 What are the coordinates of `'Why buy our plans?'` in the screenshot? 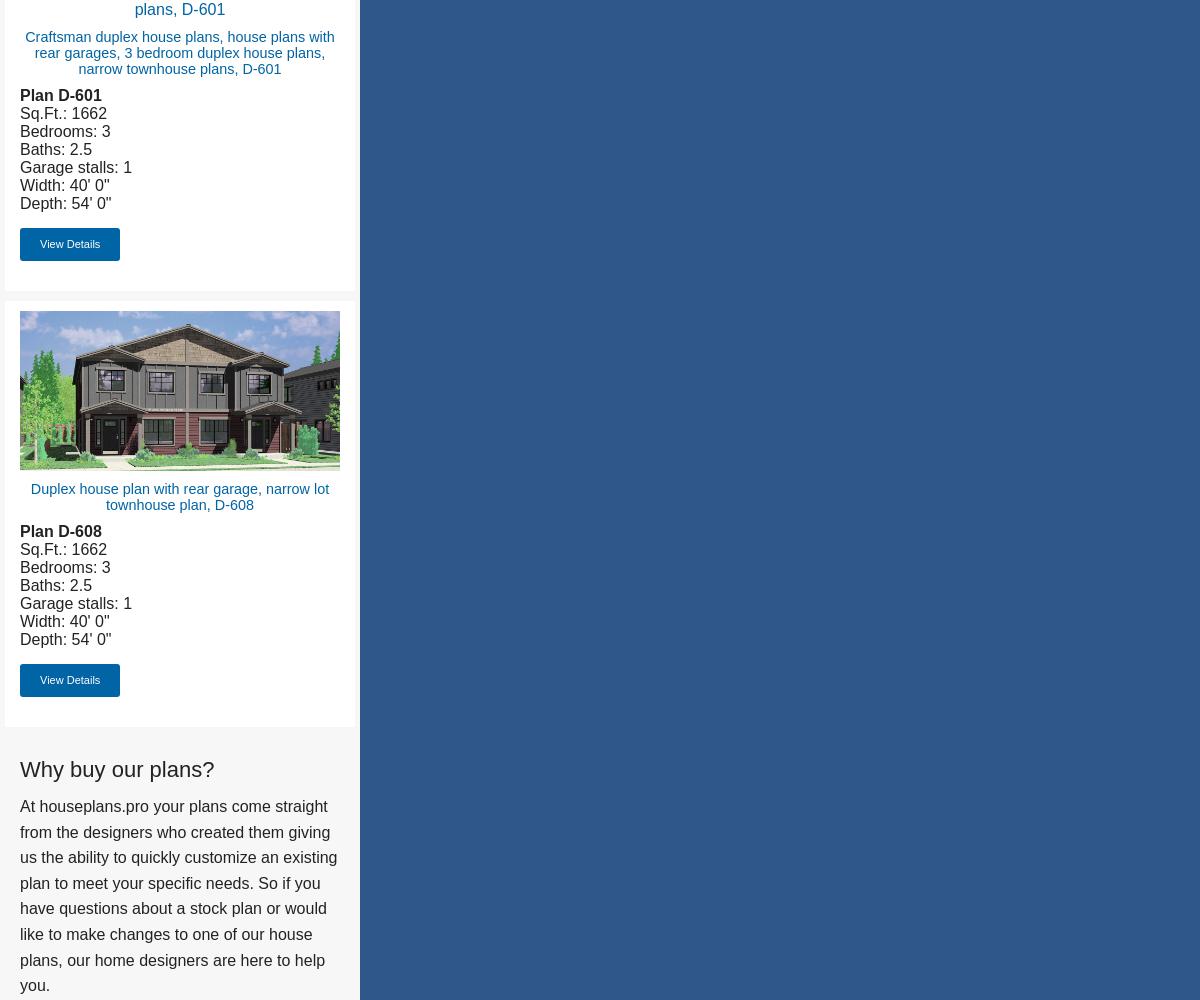 It's located at (117, 769).